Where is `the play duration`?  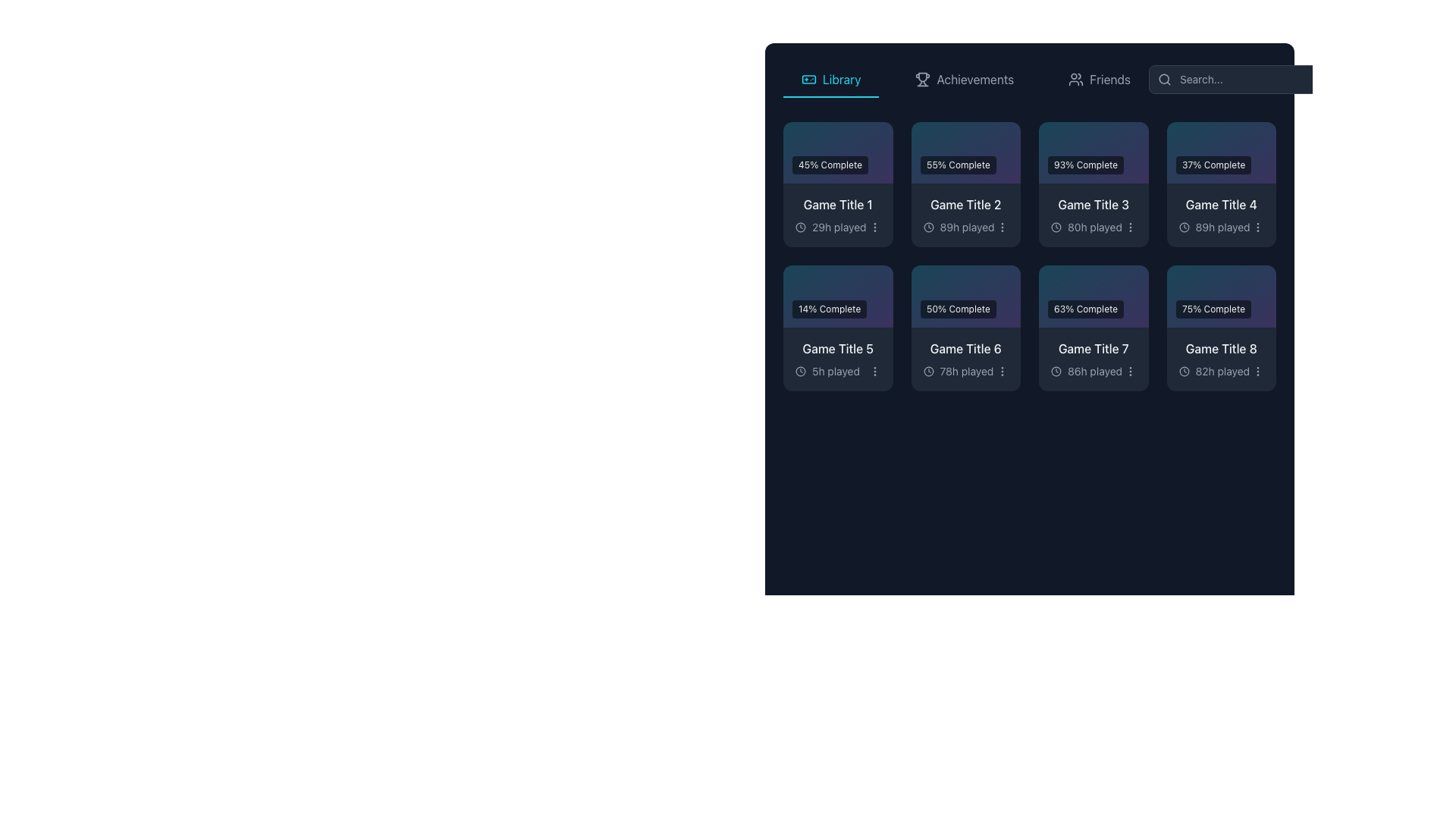 the play duration is located at coordinates (837, 184).